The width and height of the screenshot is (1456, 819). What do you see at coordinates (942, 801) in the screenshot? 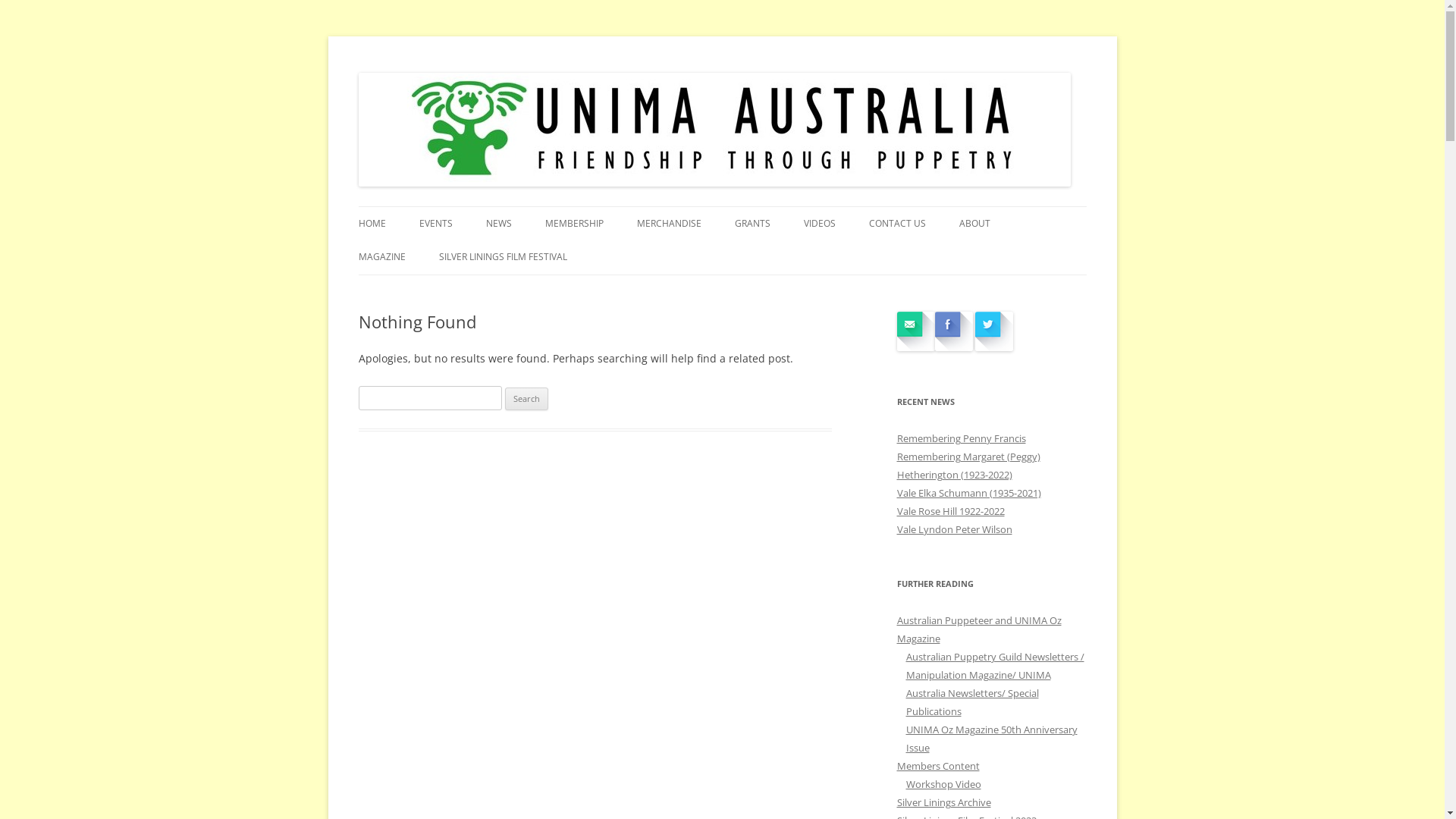
I see `'Silver Linings Archive'` at bounding box center [942, 801].